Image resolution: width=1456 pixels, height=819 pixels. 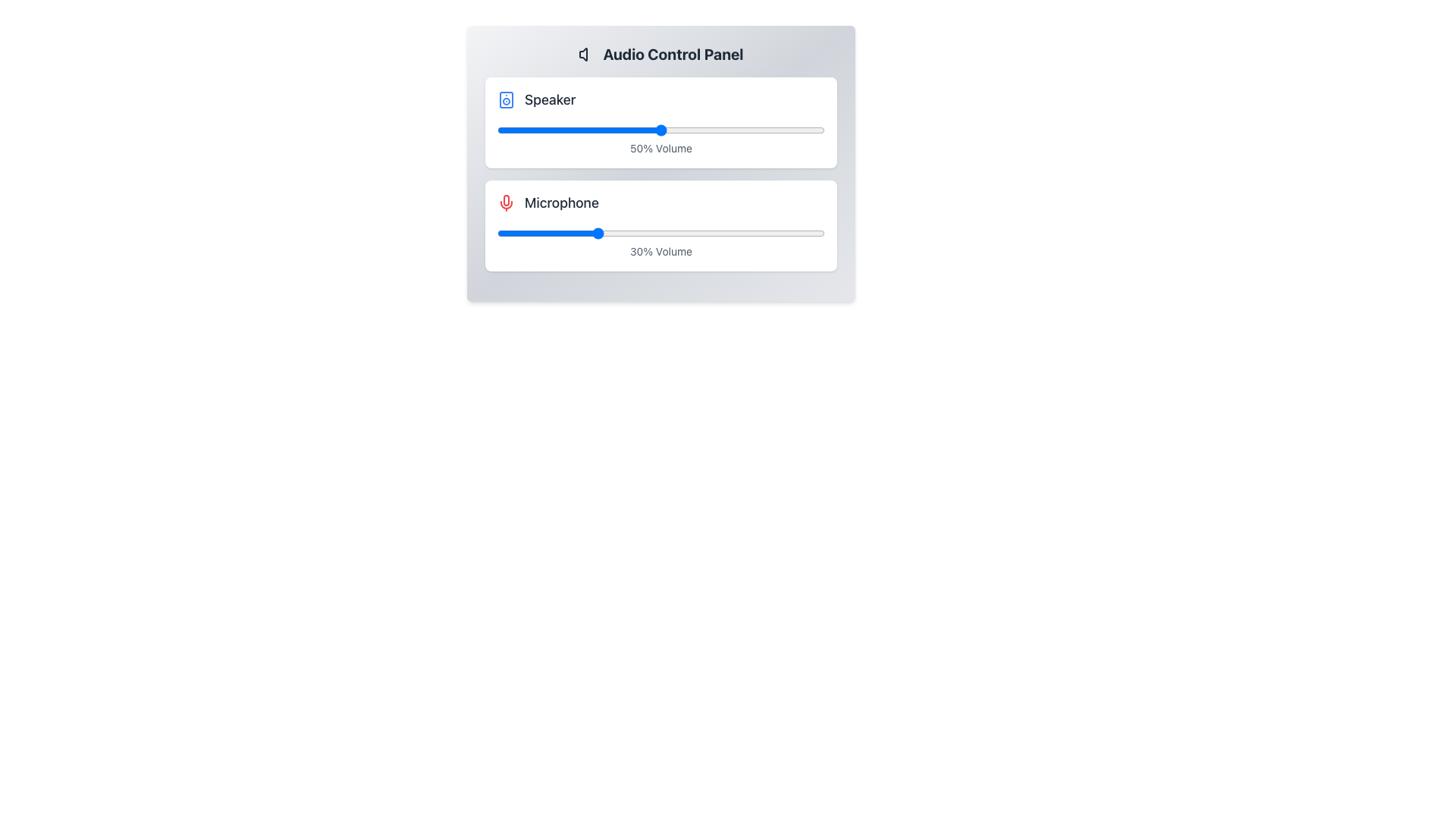 What do you see at coordinates (513, 234) in the screenshot?
I see `the microphone volume` at bounding box center [513, 234].